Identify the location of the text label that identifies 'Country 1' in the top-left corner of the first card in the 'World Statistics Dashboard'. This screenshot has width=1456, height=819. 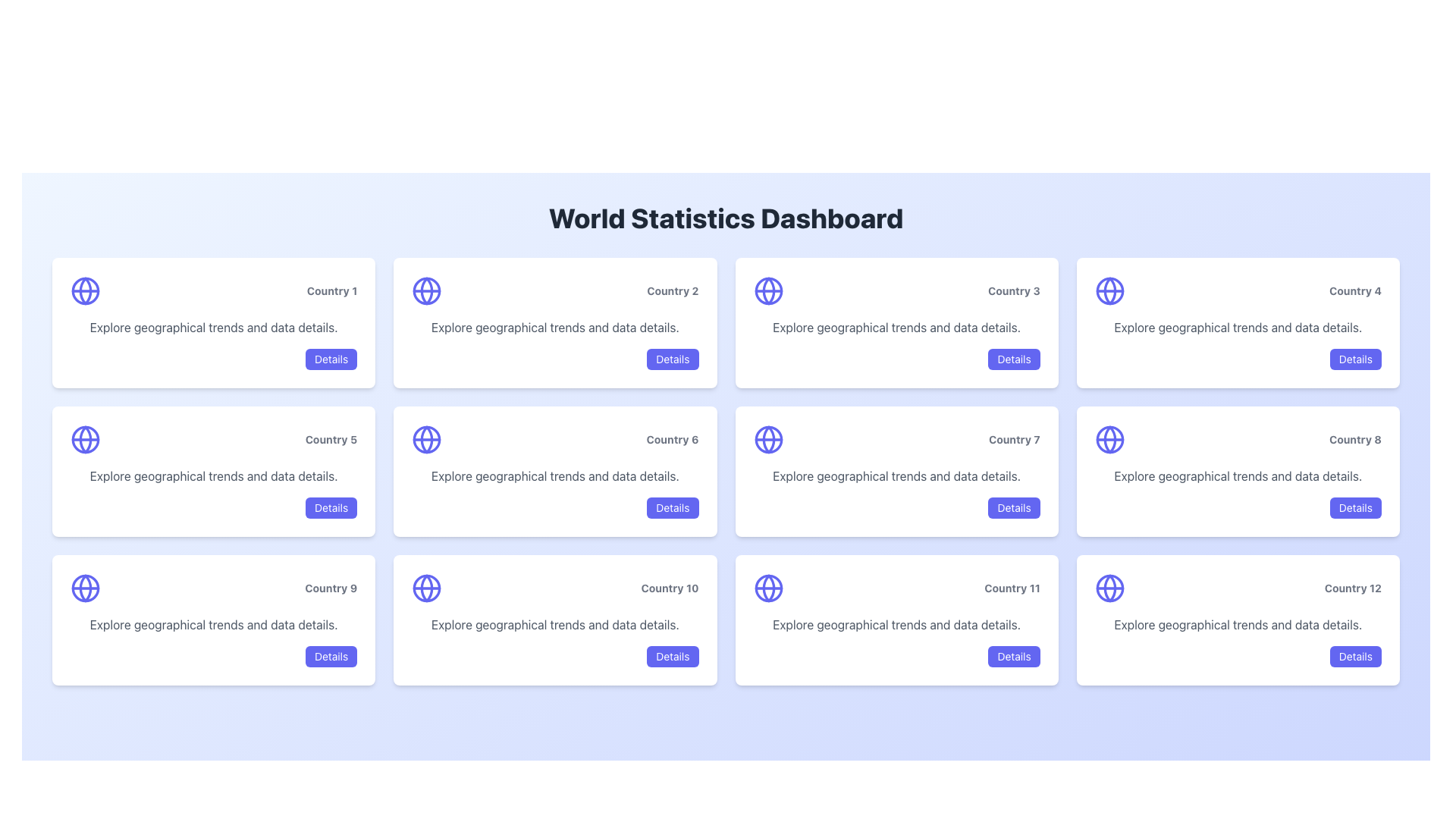
(331, 291).